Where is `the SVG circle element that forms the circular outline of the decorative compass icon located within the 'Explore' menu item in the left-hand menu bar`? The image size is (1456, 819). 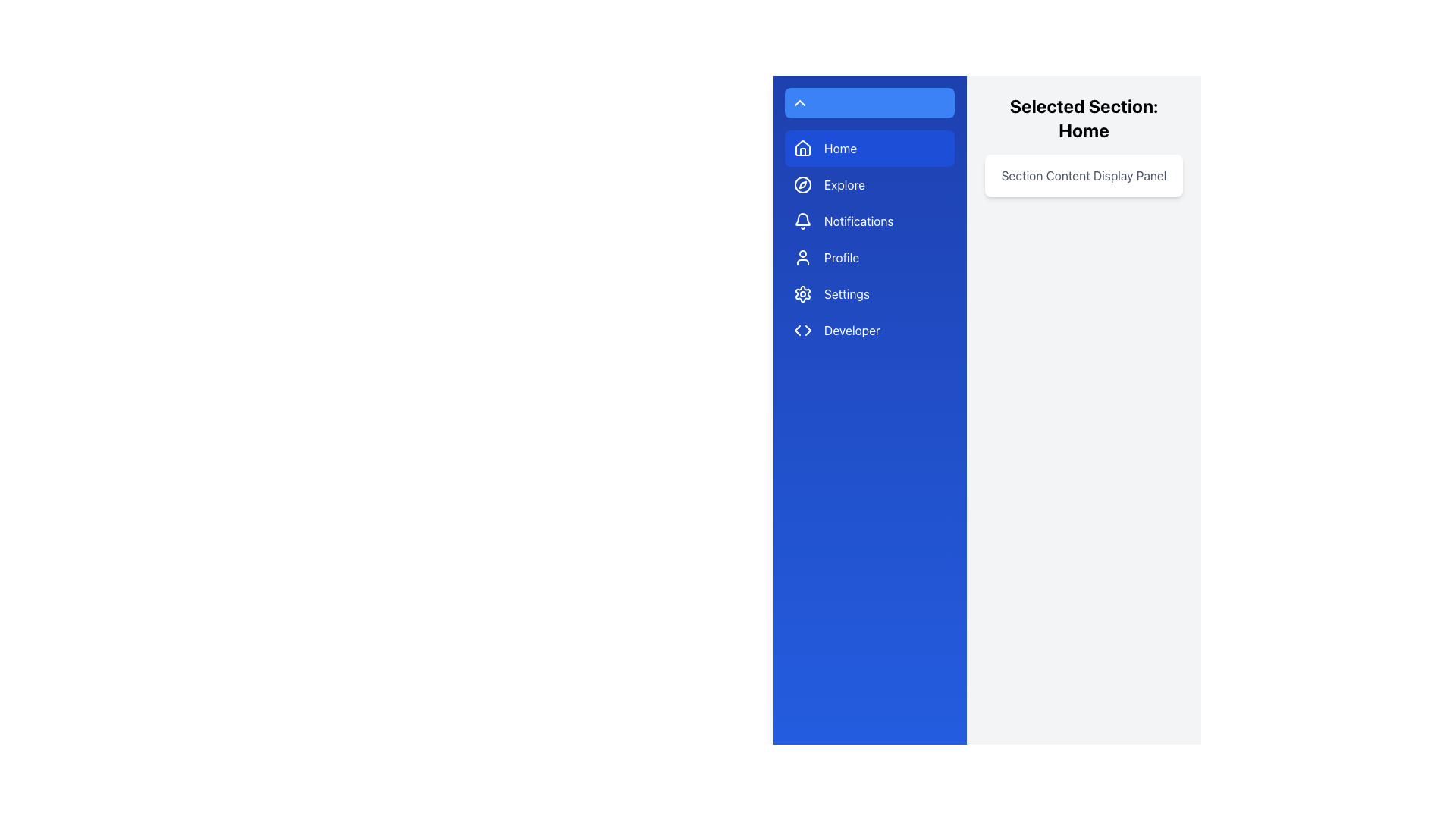 the SVG circle element that forms the circular outline of the decorative compass icon located within the 'Explore' menu item in the left-hand menu bar is located at coordinates (802, 184).